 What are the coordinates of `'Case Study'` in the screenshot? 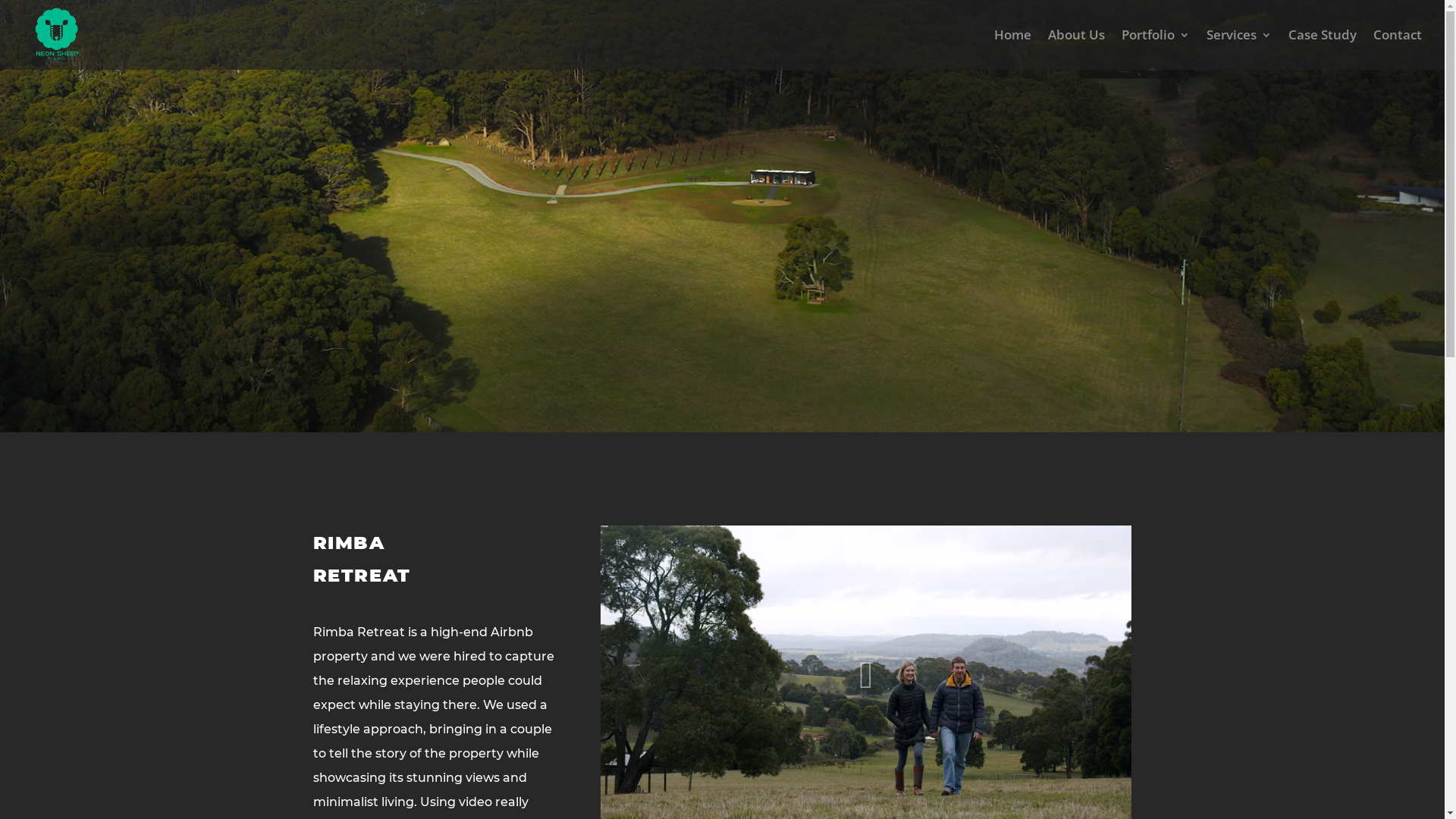 It's located at (1321, 49).